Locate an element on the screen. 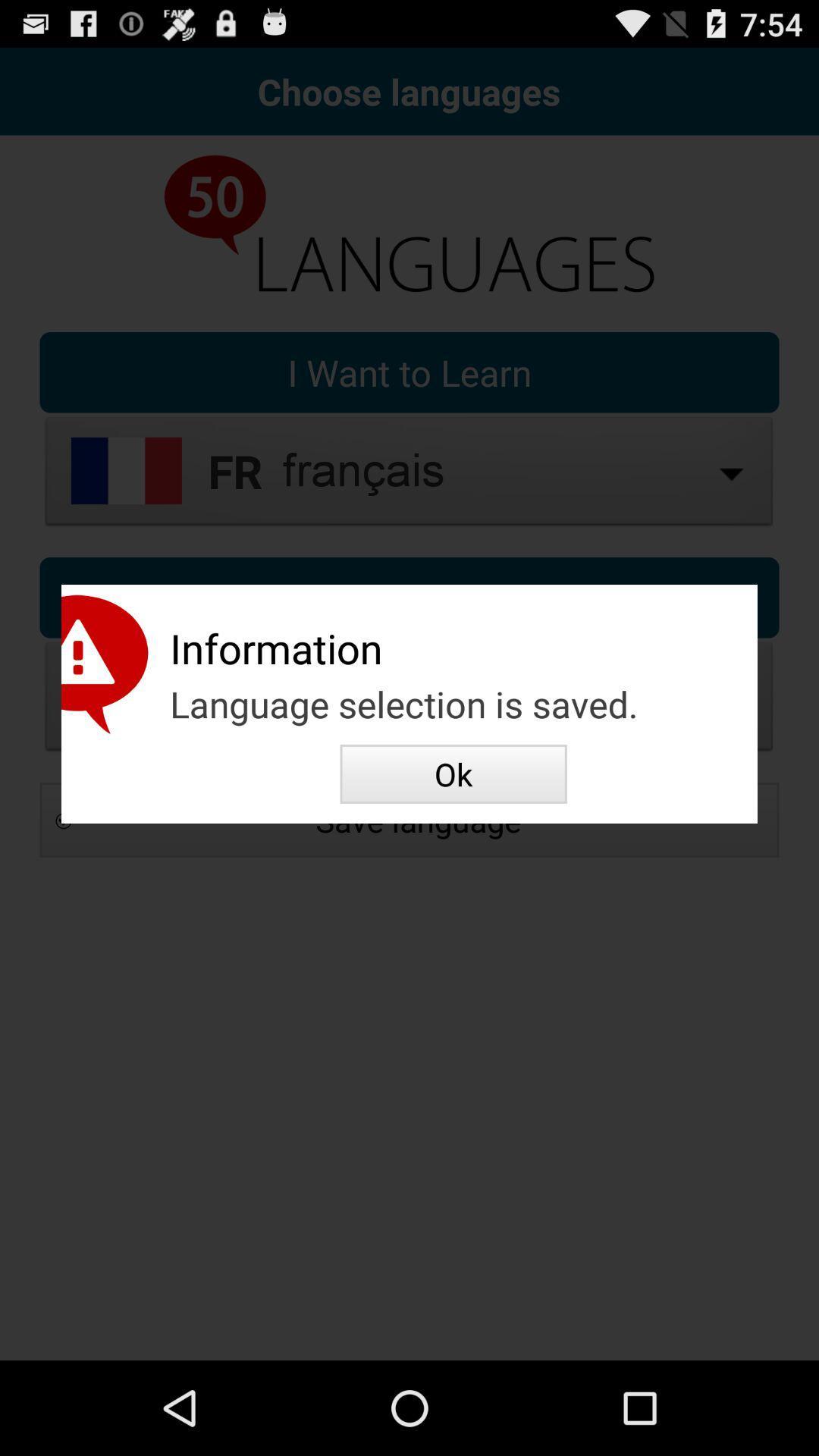 The height and width of the screenshot is (1456, 819). the item below the language selection is app is located at coordinates (453, 773).